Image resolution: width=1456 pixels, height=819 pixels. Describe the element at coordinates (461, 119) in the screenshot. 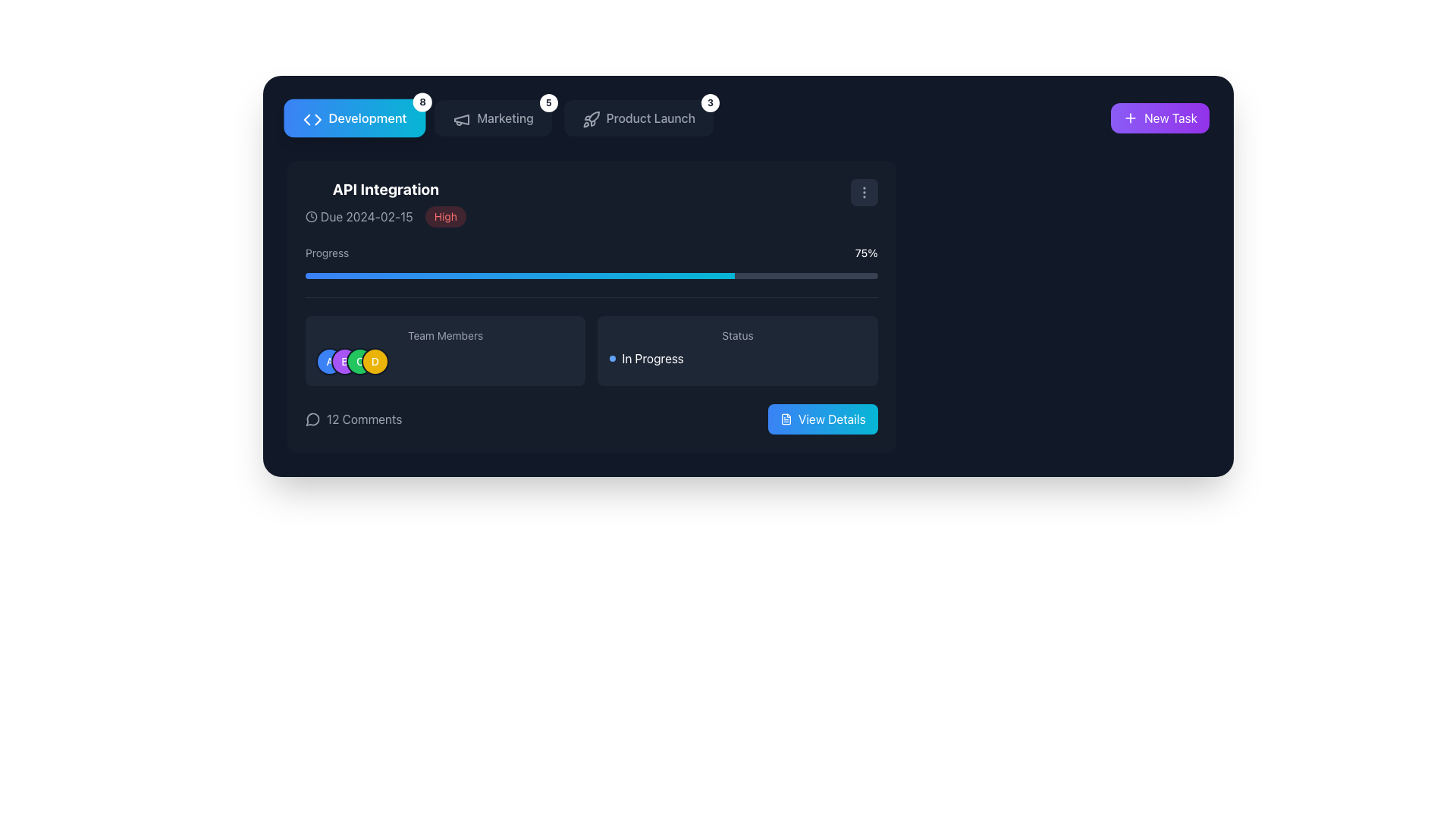

I see `the triangular megaphone icon with a monochrome outline located near the 'Marketing' button in the navigation bar` at that location.